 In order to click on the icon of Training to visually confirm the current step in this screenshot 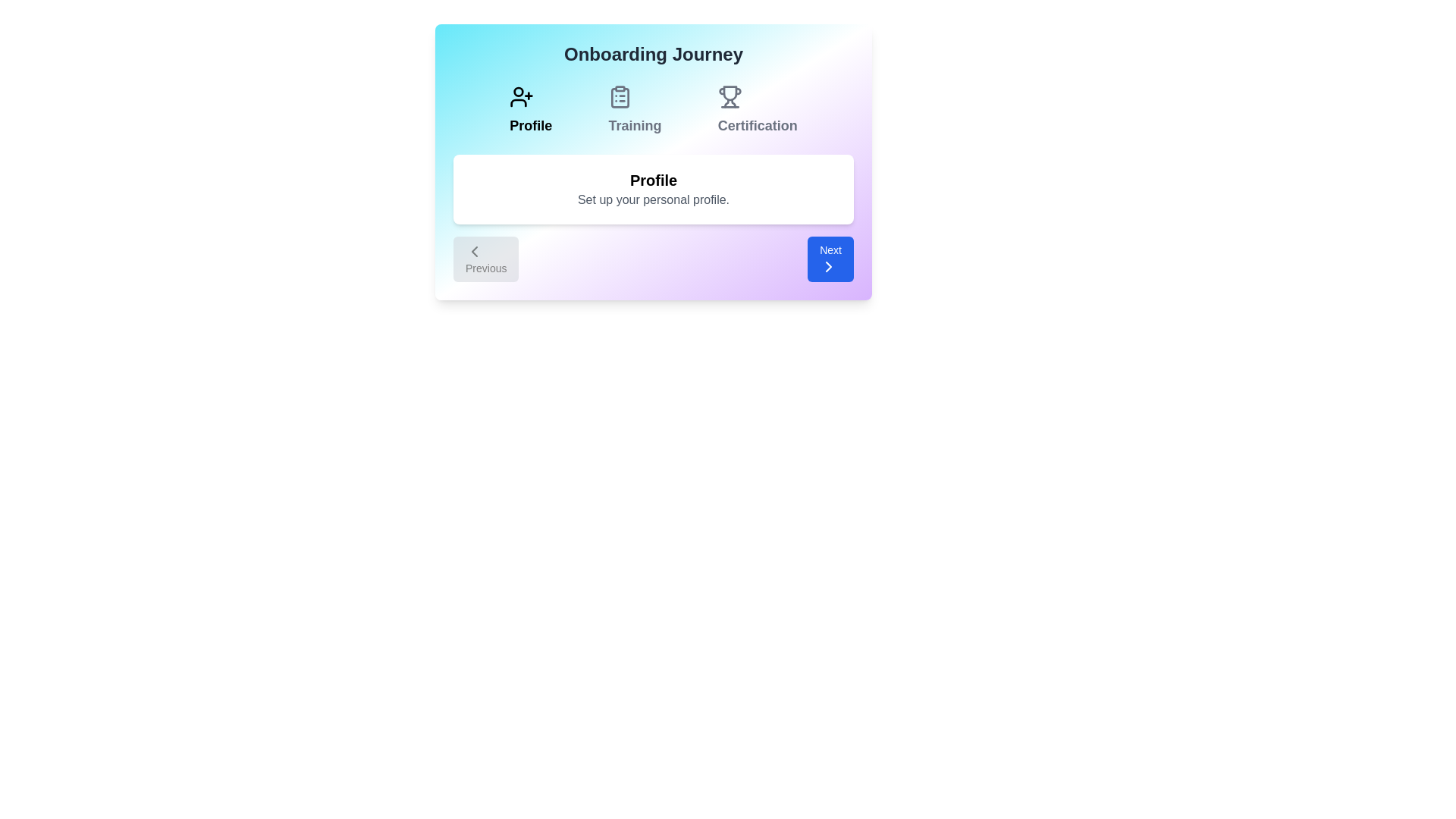, I will do `click(634, 96)`.